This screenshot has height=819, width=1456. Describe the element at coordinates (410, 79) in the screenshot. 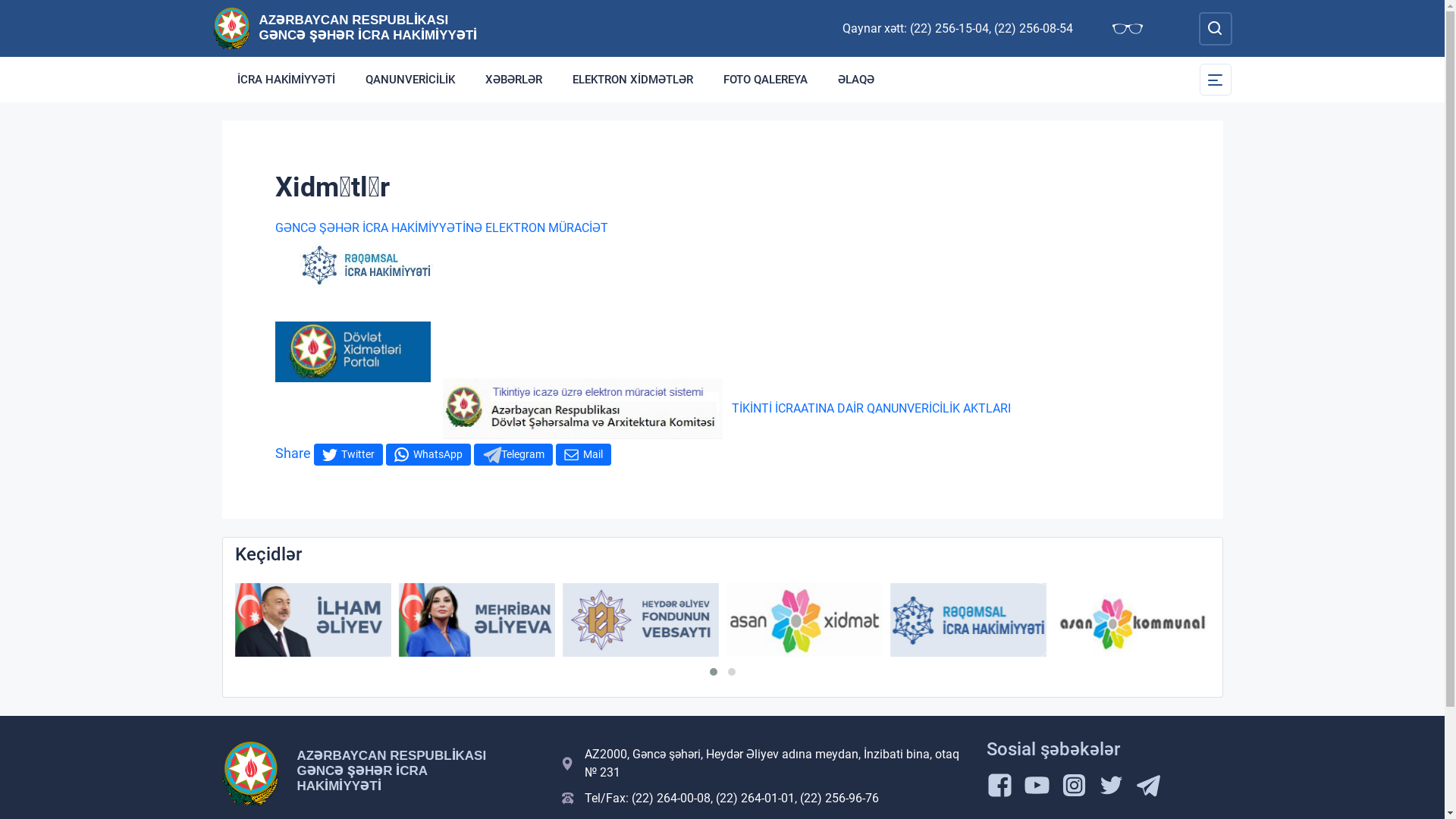

I see `'QANUNVERICILIK'` at that location.